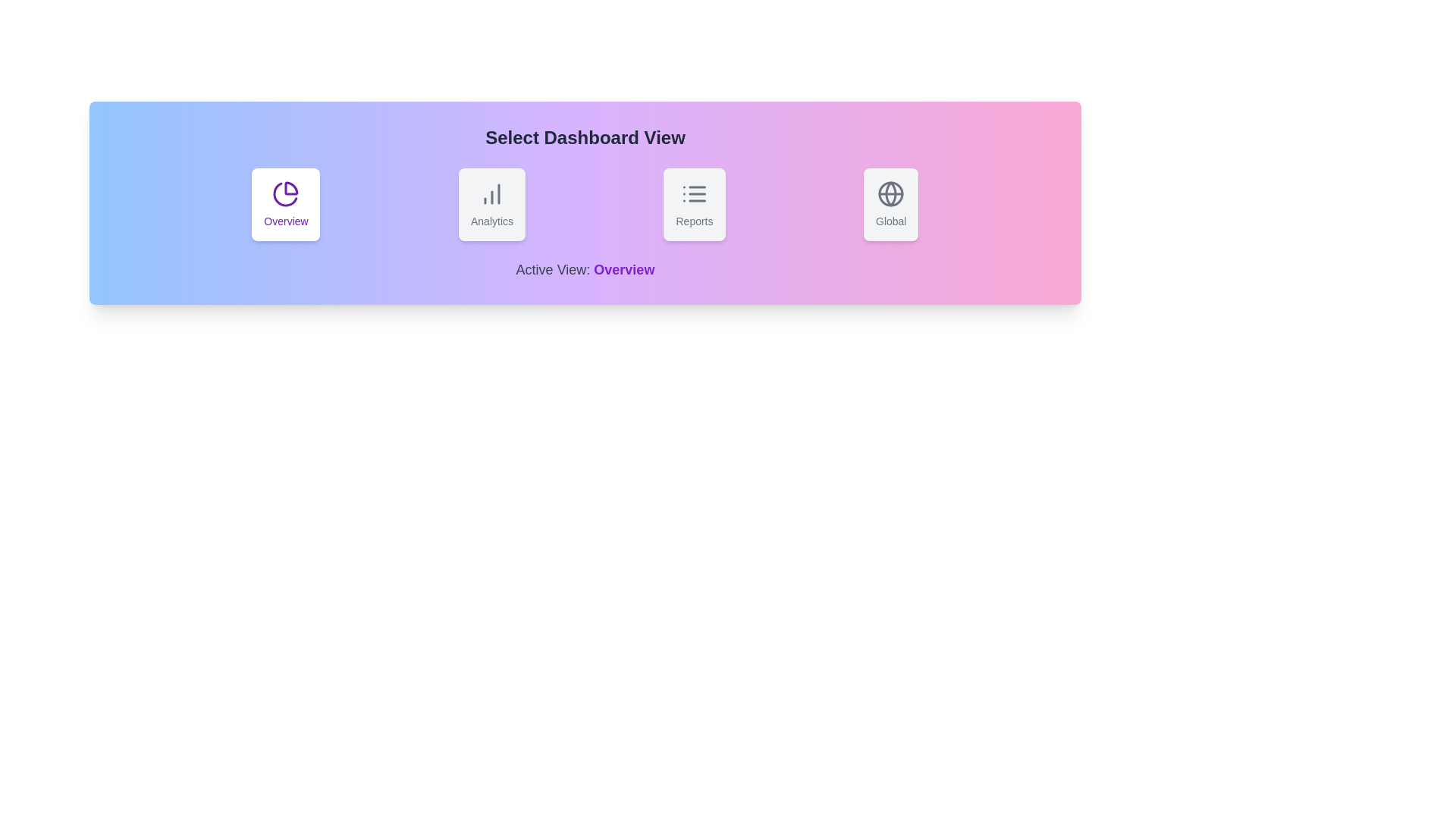  Describe the element at coordinates (891, 205) in the screenshot. I see `the button labeled Global to switch the active dashboard view` at that location.